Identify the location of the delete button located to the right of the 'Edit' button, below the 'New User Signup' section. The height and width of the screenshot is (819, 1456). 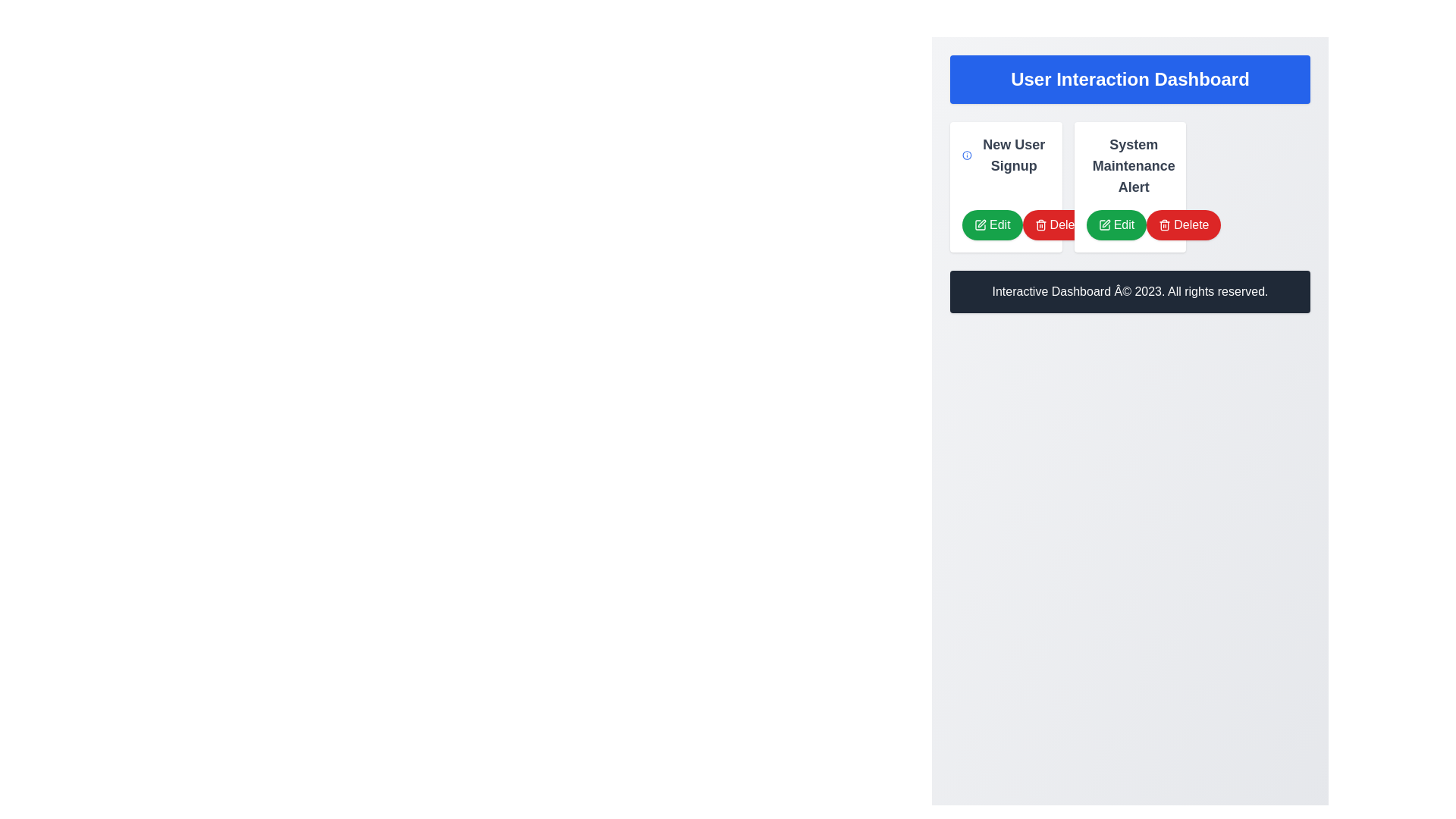
(1059, 225).